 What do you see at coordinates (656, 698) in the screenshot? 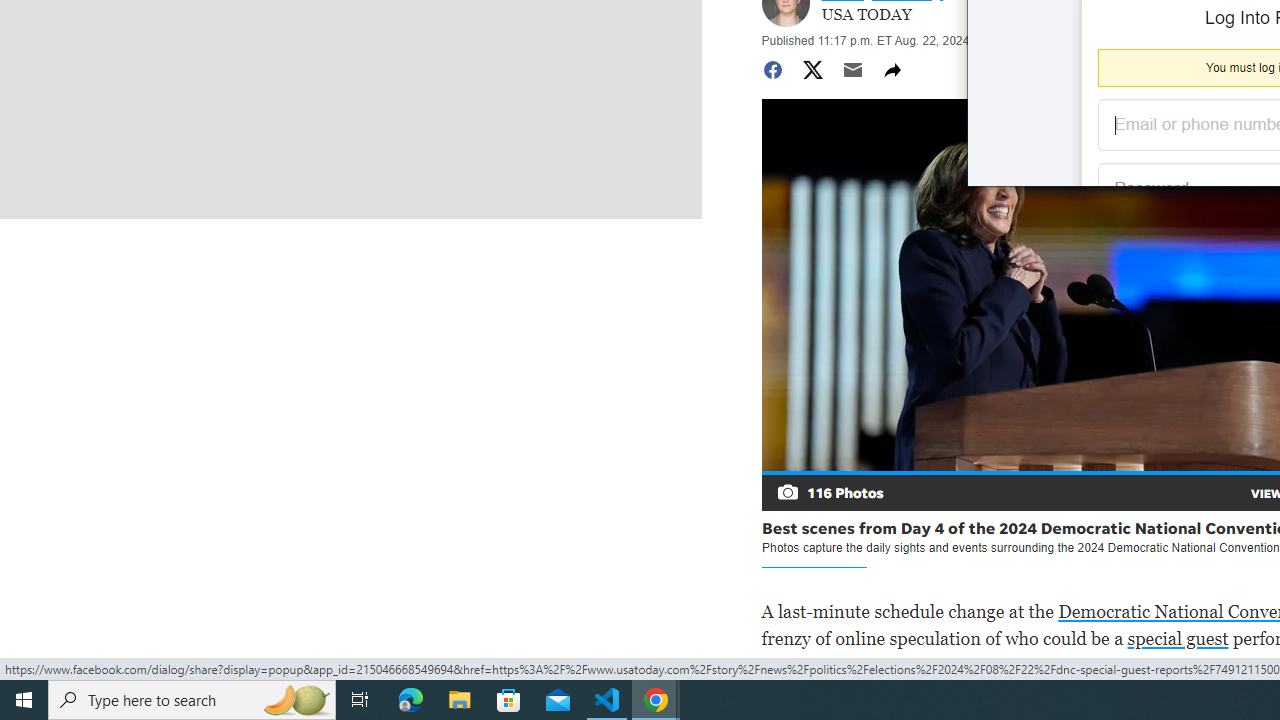
I see `'Google Chrome - 2 running windows'` at bounding box center [656, 698].